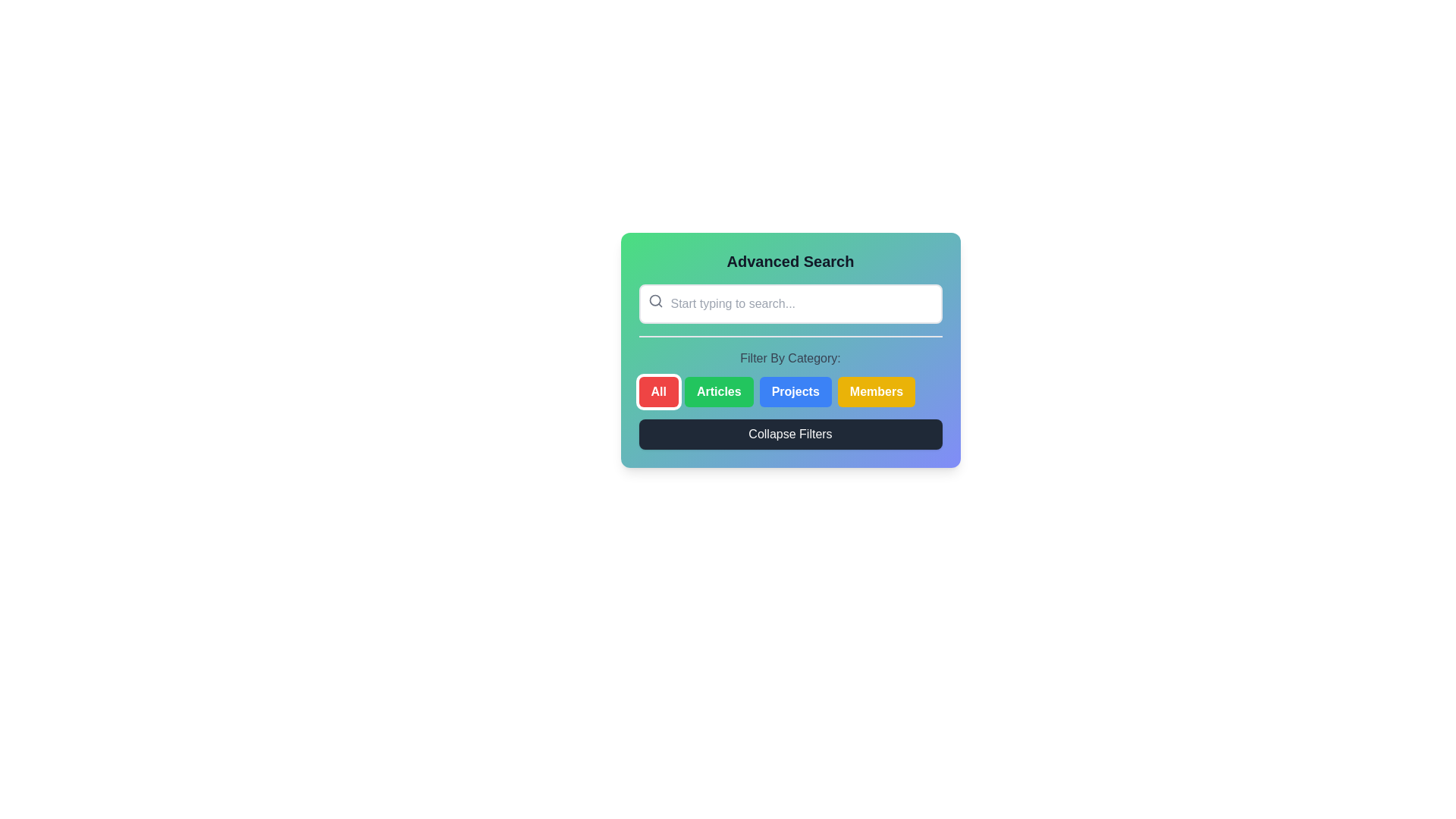 This screenshot has height=819, width=1456. I want to click on the 'Projects' button, which is the third button in a horizontal row of category selection buttons, so click(789, 408).